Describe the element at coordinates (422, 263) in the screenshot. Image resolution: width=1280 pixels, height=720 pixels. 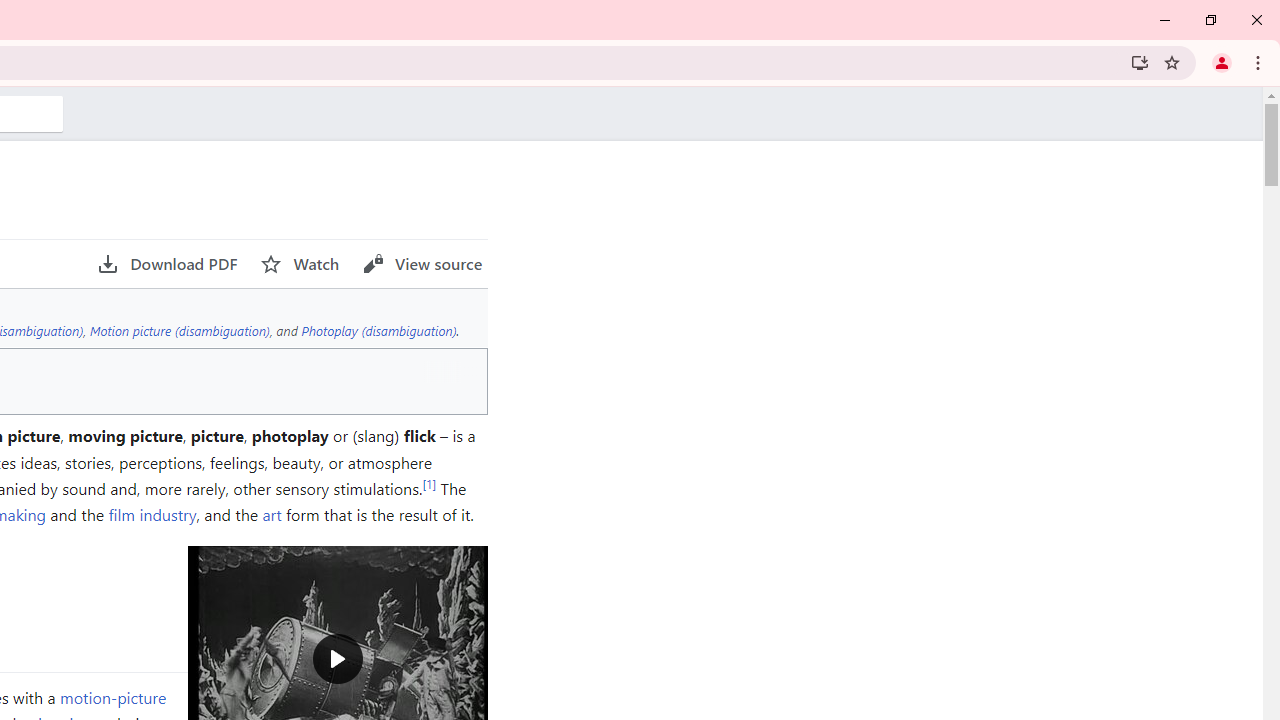
I see `'AutomationID: page-actions-viewsource'` at that location.